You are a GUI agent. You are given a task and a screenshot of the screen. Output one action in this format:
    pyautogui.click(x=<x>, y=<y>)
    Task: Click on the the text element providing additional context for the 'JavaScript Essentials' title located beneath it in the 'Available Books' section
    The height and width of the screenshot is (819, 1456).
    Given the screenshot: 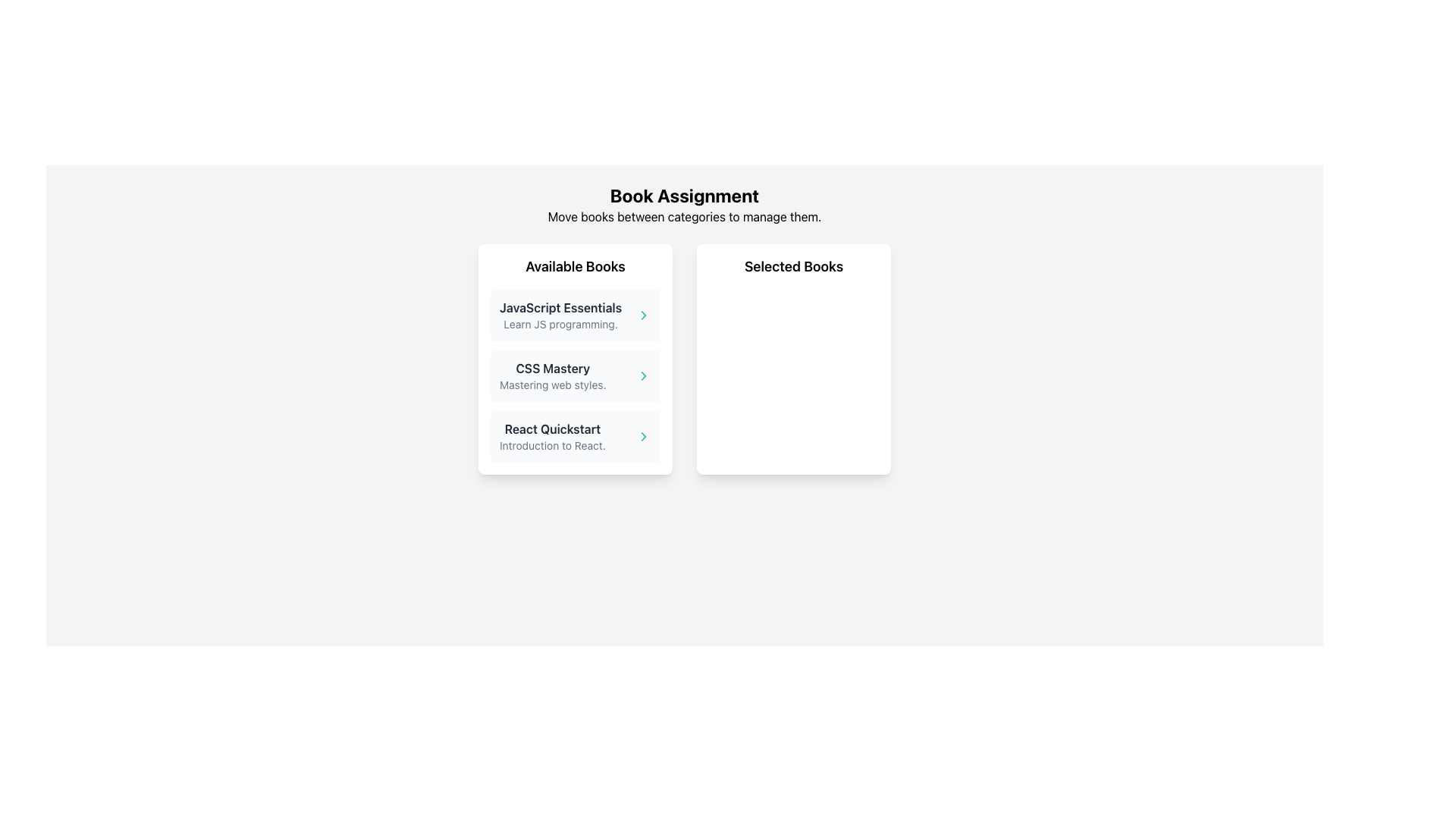 What is the action you would take?
    pyautogui.click(x=560, y=324)
    